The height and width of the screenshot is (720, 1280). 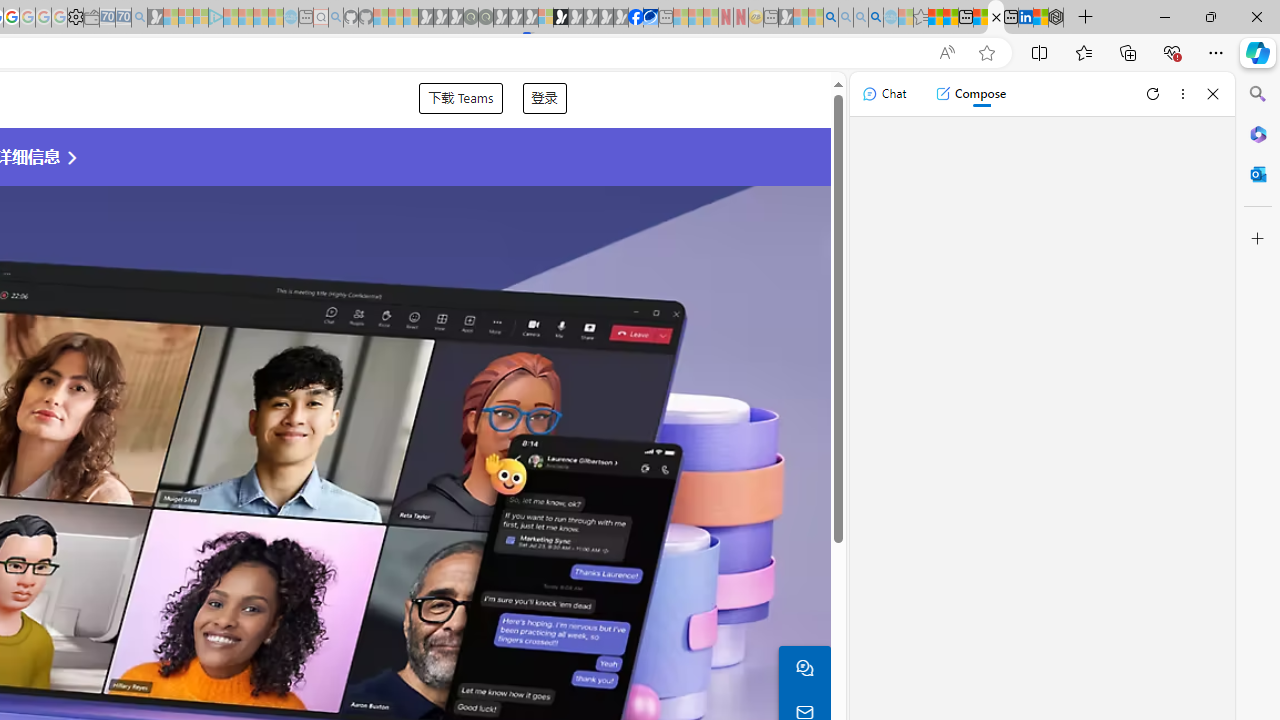 What do you see at coordinates (876, 17) in the screenshot?
I see `'Google Chrome Internet Browser Download - Search Images'` at bounding box center [876, 17].